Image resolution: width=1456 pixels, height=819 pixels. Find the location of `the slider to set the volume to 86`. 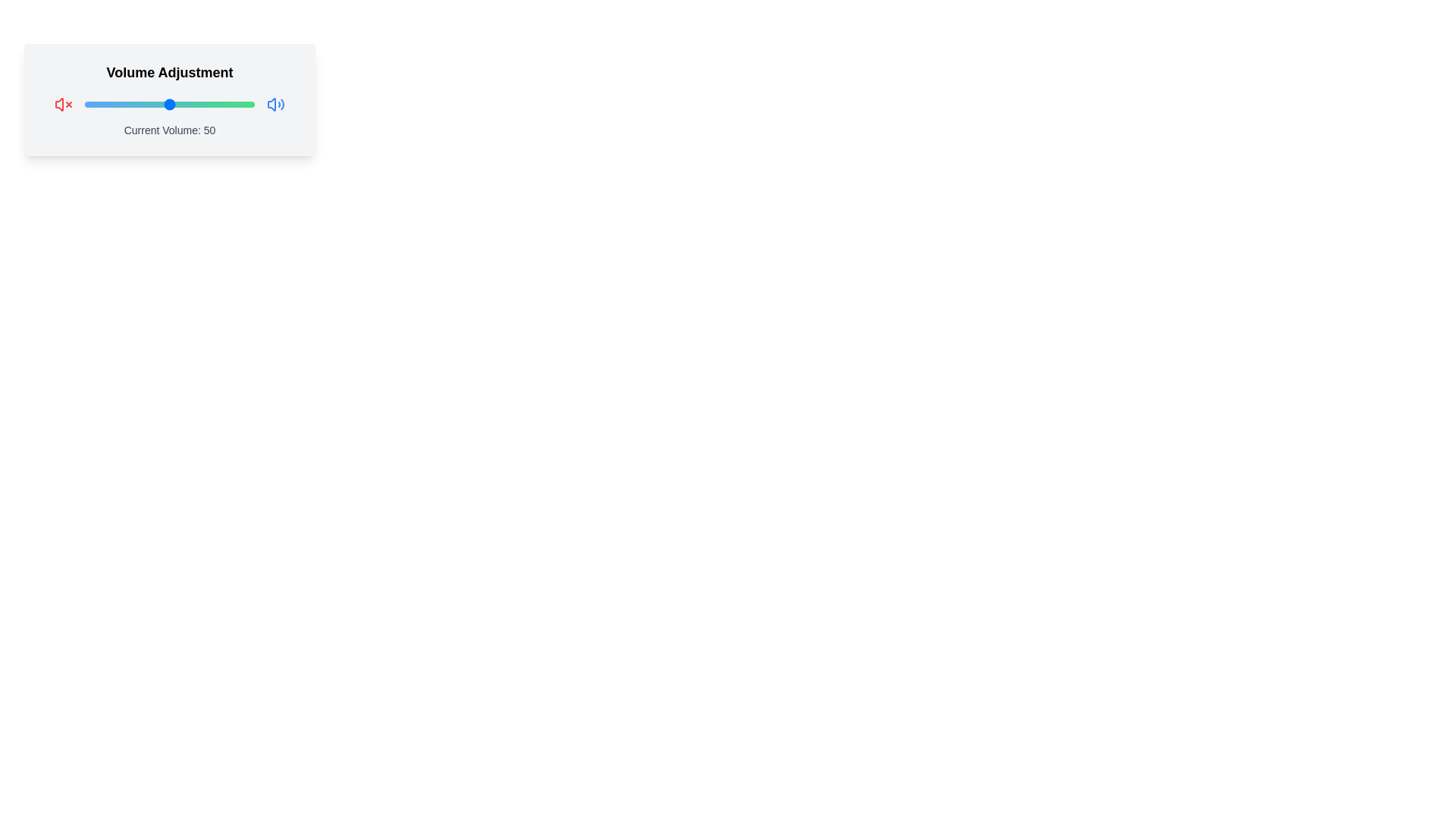

the slider to set the volume to 86 is located at coordinates (230, 104).